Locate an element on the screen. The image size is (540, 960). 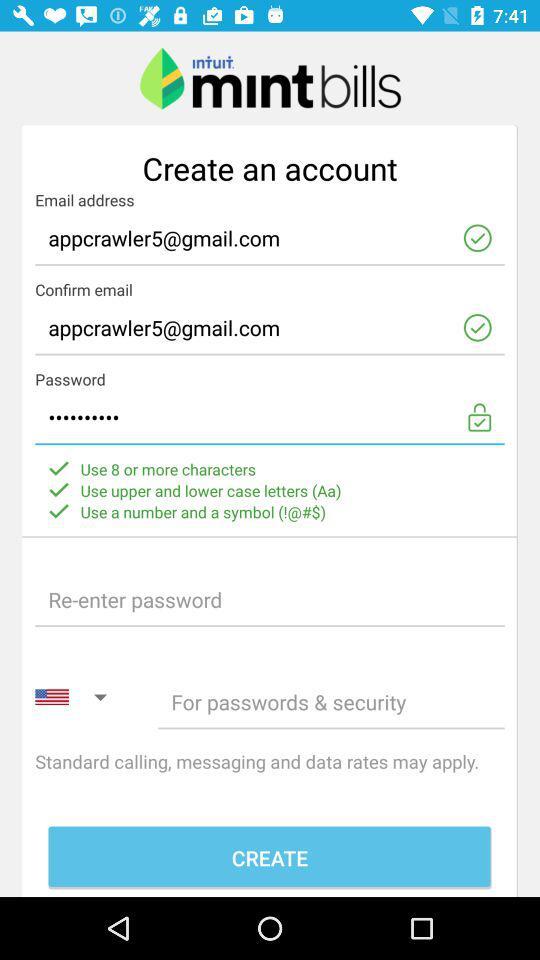
re-enter the password is located at coordinates (270, 599).